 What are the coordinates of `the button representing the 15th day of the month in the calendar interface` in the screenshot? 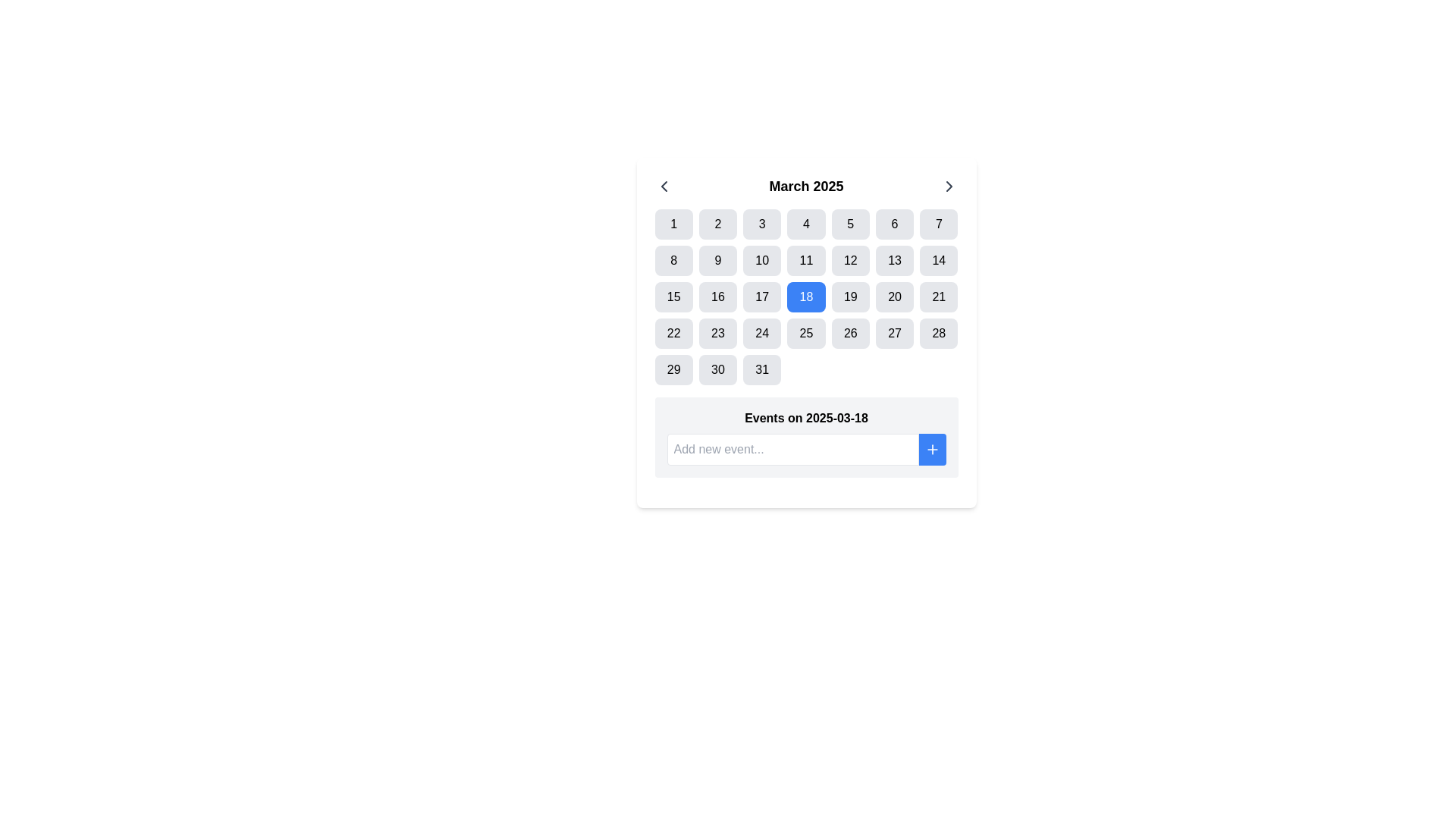 It's located at (673, 297).